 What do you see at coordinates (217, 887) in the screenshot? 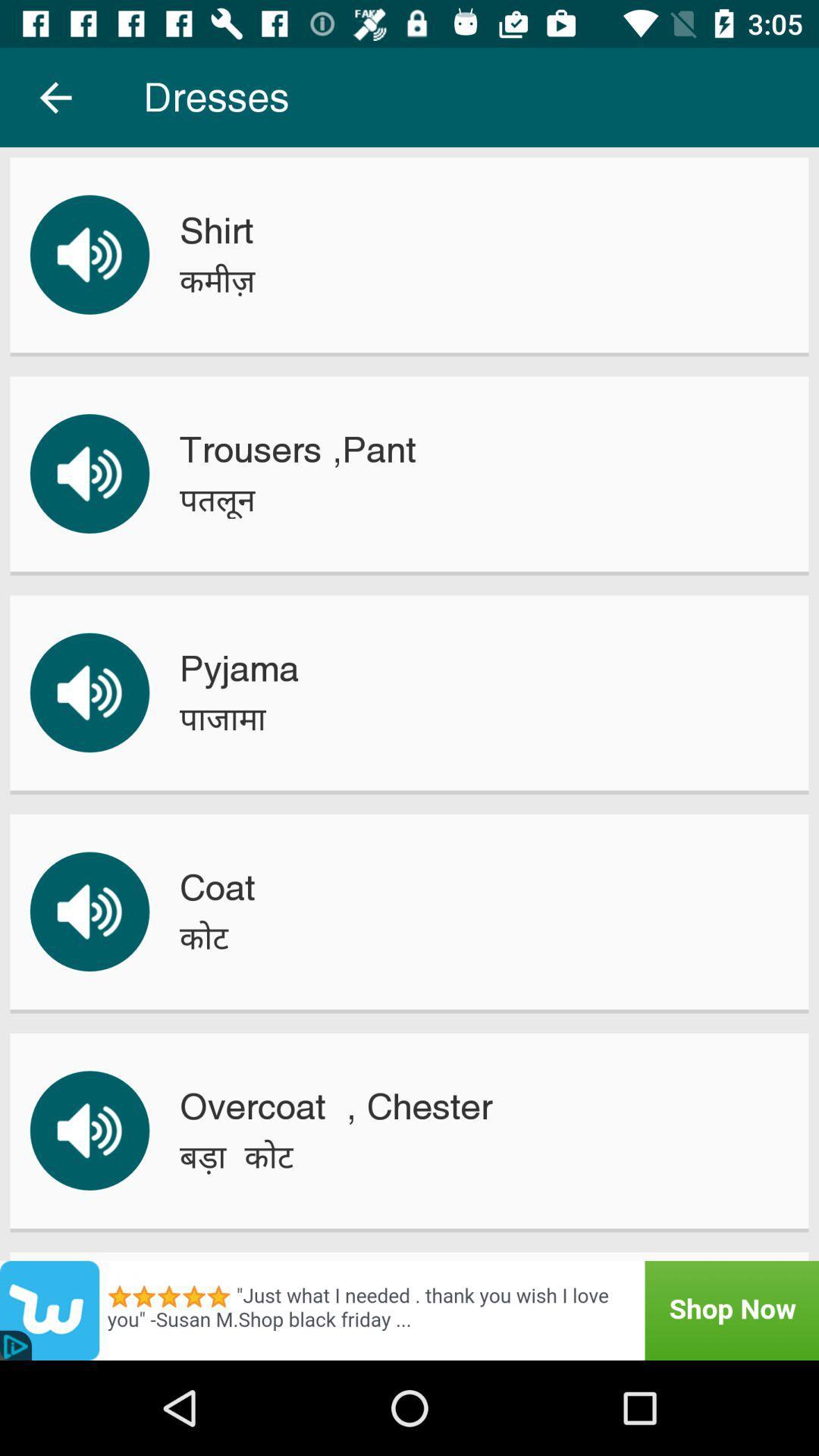
I see `coat` at bounding box center [217, 887].